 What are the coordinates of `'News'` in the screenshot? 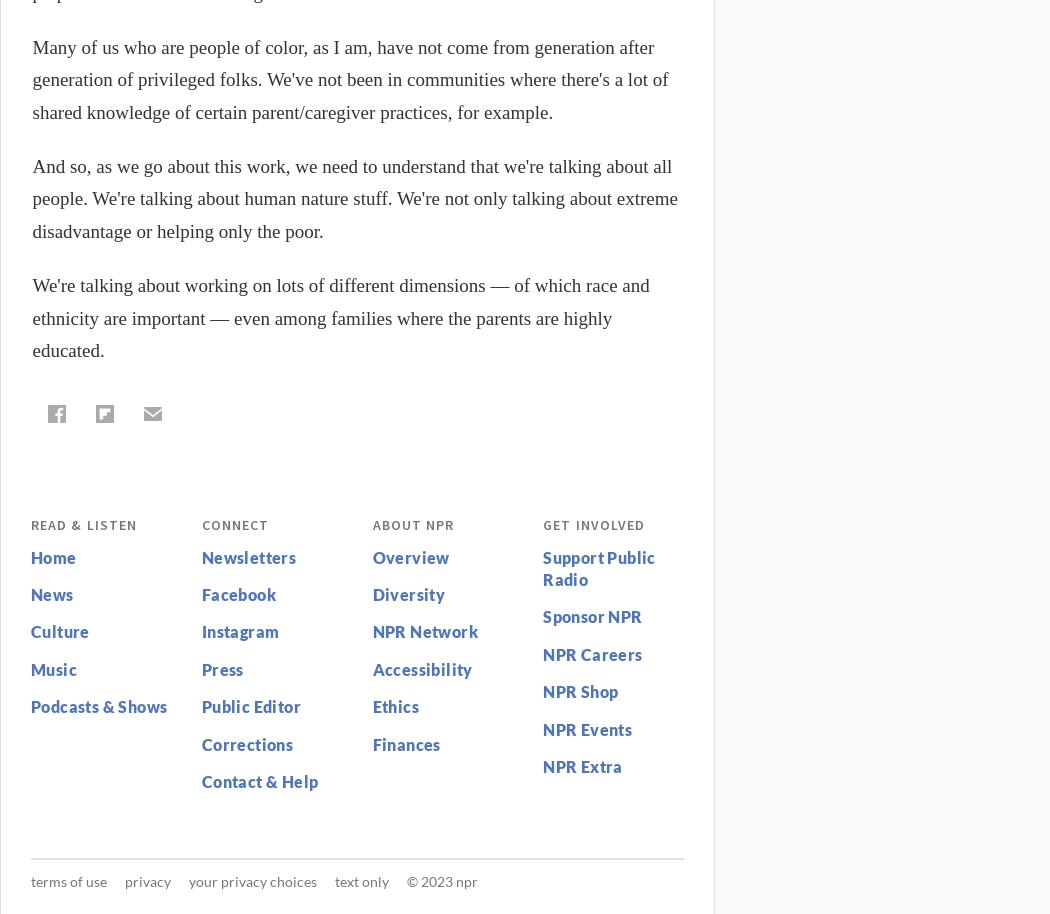 It's located at (50, 594).